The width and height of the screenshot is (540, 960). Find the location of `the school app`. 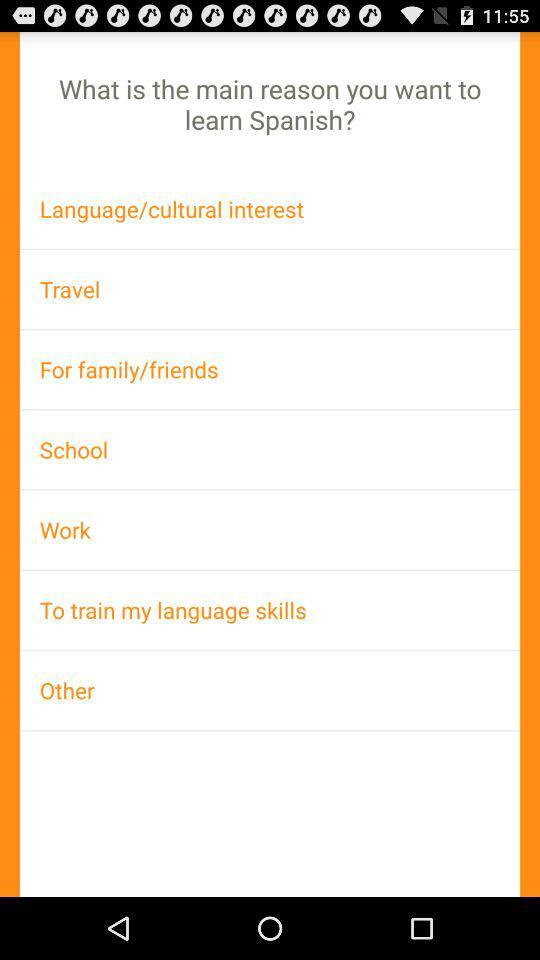

the school app is located at coordinates (270, 449).